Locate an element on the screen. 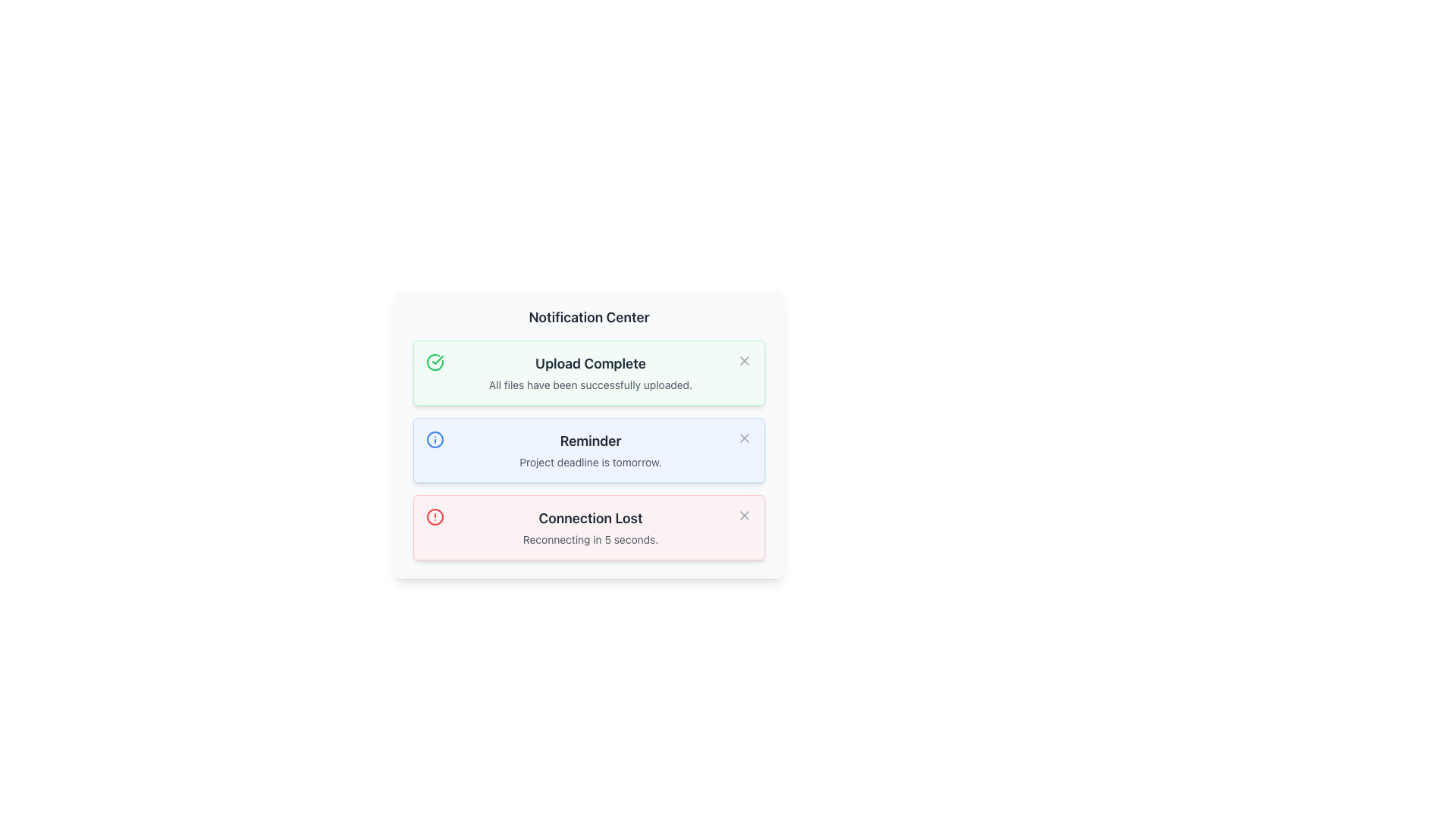  the second notification card in the Notification Center titled 'Reminder', which has a light-blue background and displays the message 'Project deadline is tomorrow.' is located at coordinates (588, 450).